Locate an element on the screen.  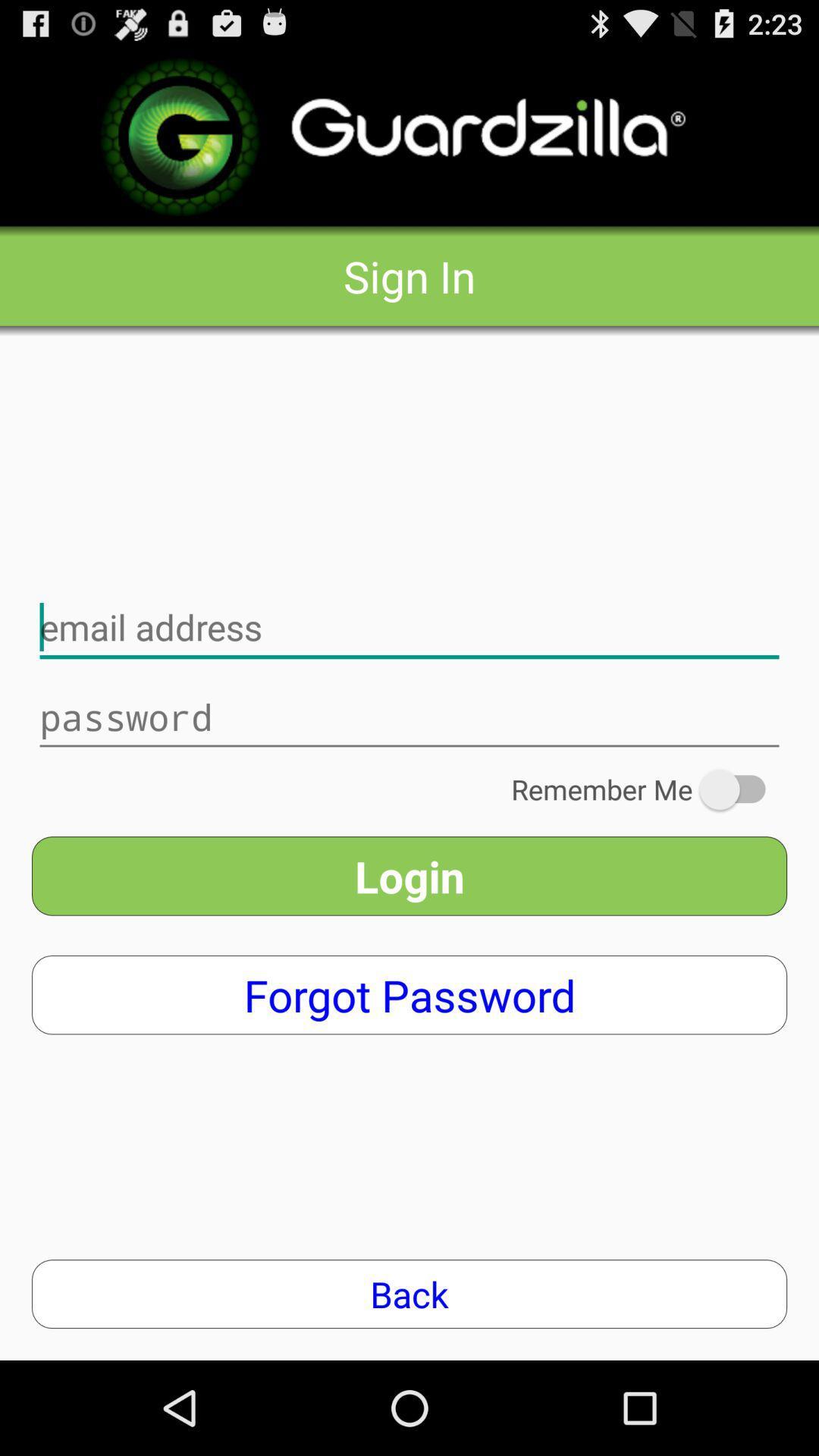
the remember me icon is located at coordinates (648, 789).